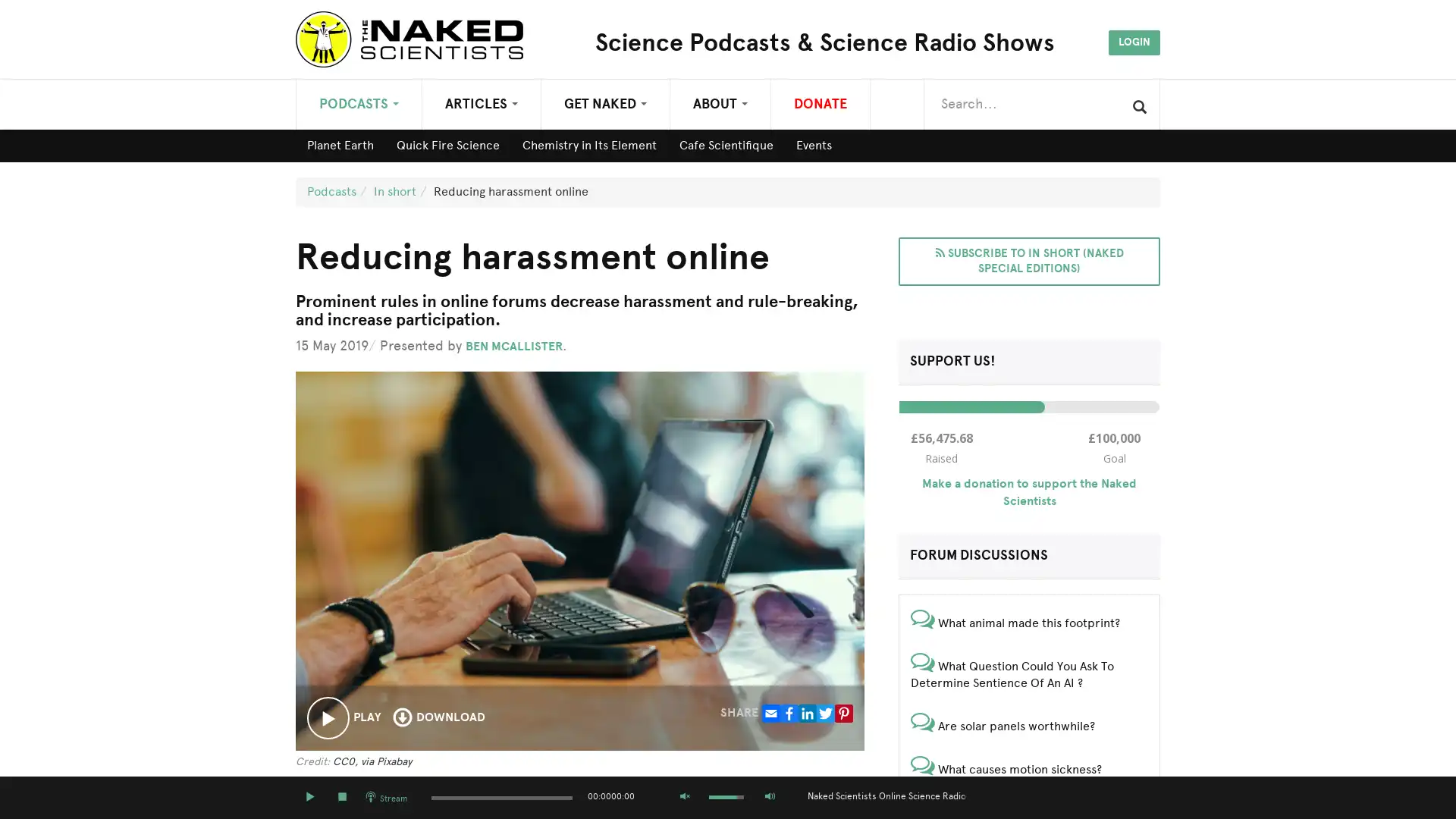 The image size is (1456, 819). I want to click on PLAY, so click(309, 797).